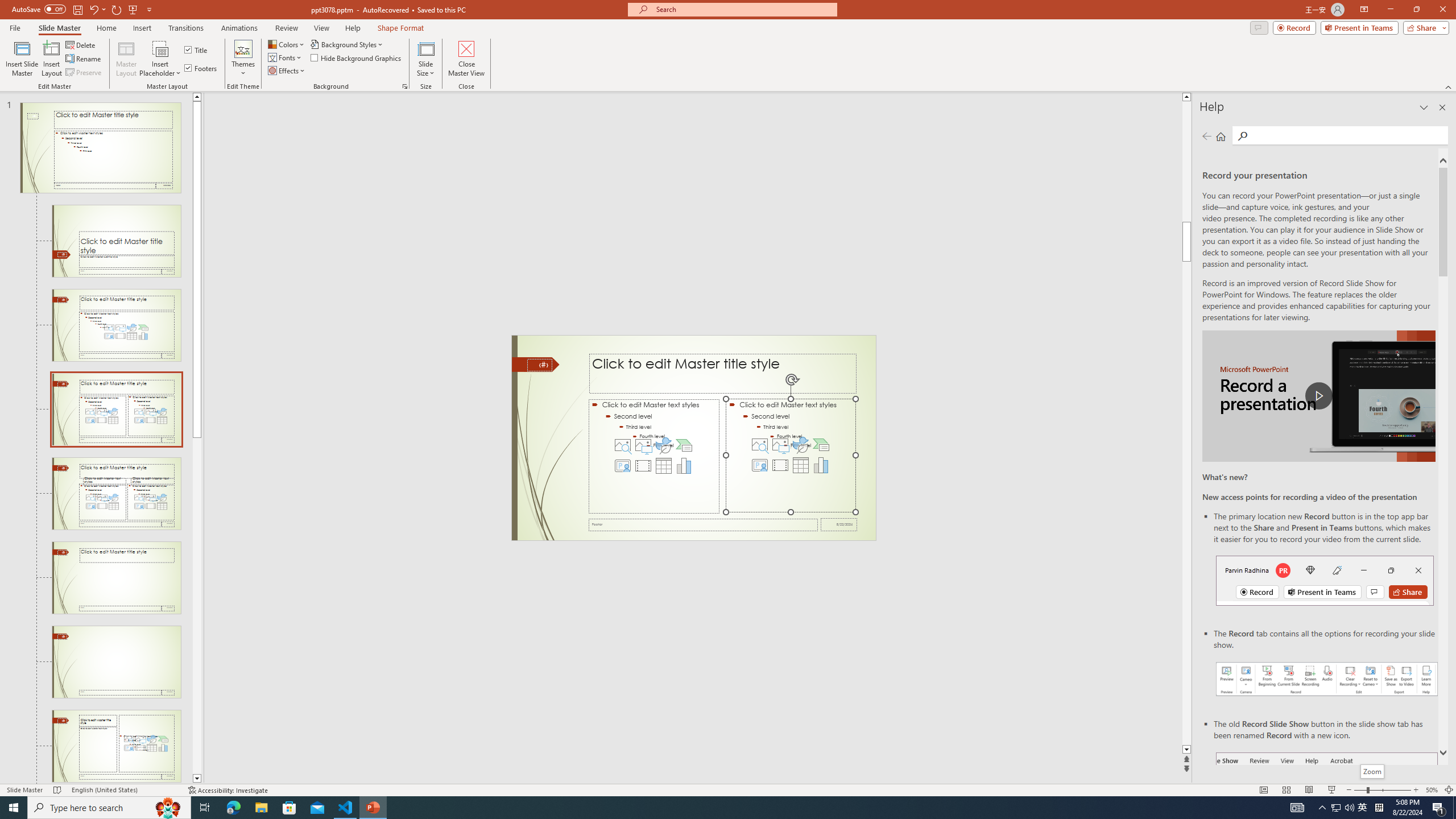  I want to click on 'Insert an Icon', so click(800, 444).